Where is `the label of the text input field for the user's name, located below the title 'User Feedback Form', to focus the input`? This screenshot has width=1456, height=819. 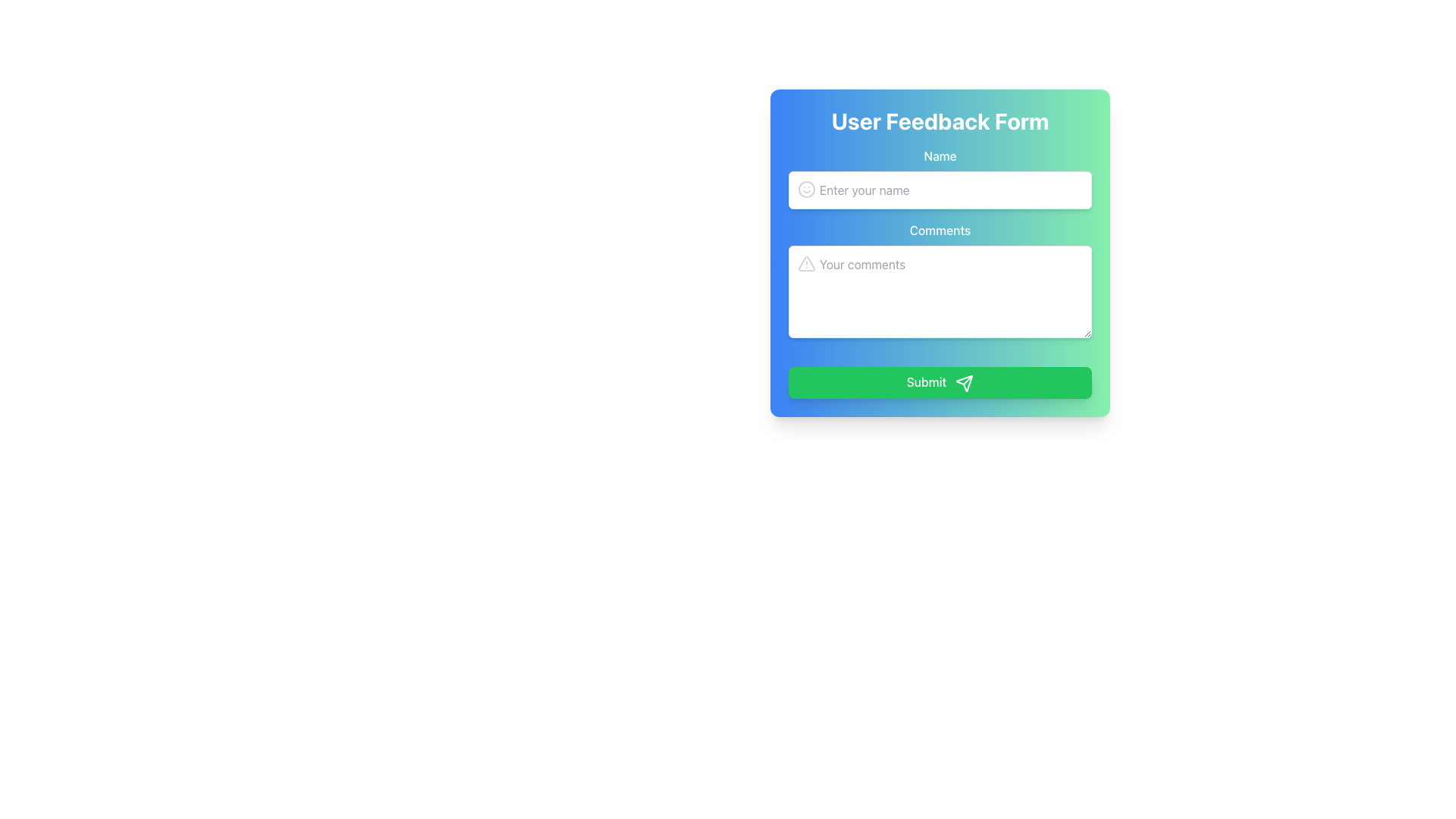
the label of the text input field for the user's name, located below the title 'User Feedback Form', to focus the input is located at coordinates (939, 177).